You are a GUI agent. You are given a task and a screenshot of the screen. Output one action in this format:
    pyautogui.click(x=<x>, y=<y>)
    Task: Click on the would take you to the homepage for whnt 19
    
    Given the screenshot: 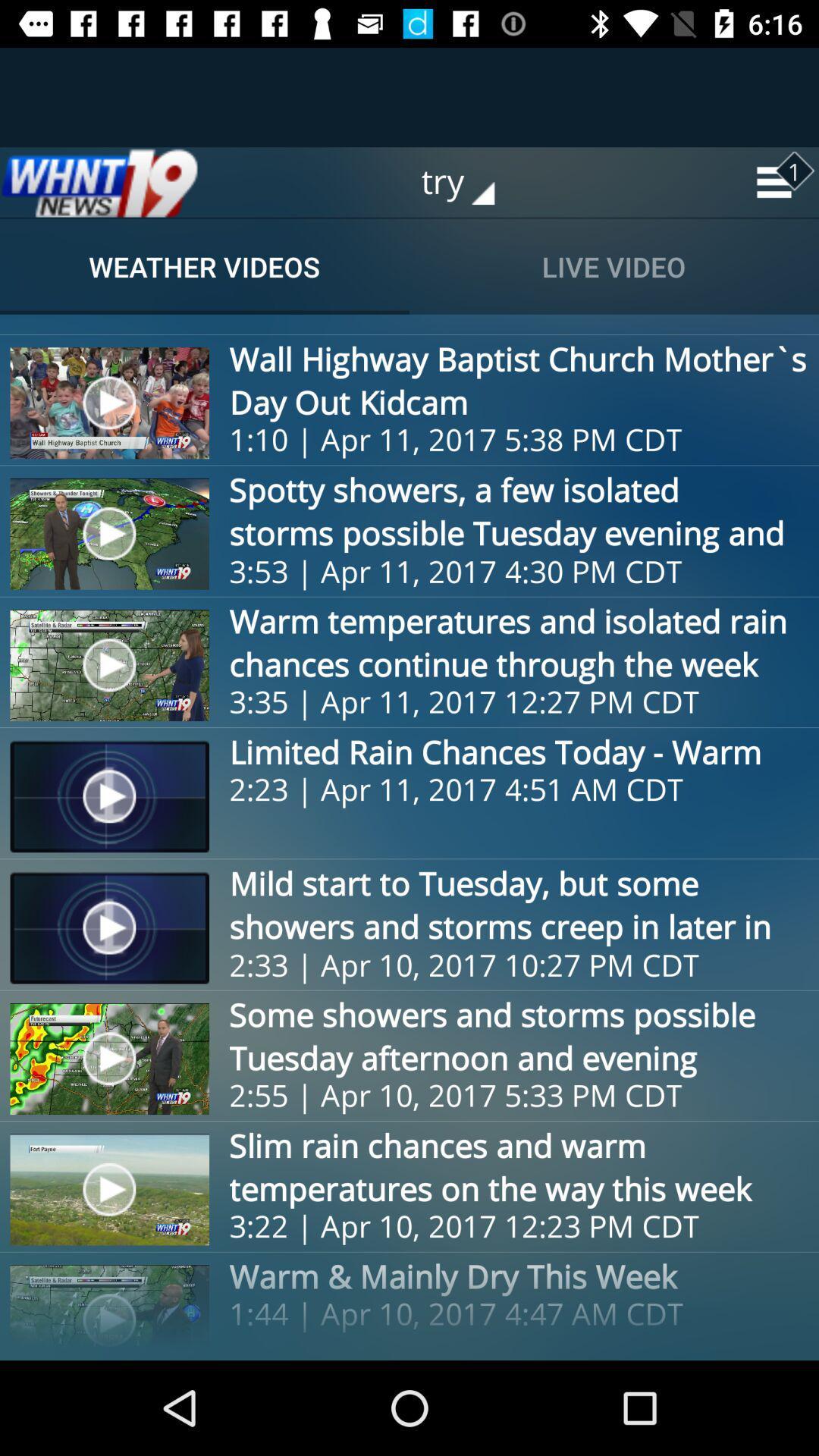 What is the action you would take?
    pyautogui.click(x=99, y=182)
    